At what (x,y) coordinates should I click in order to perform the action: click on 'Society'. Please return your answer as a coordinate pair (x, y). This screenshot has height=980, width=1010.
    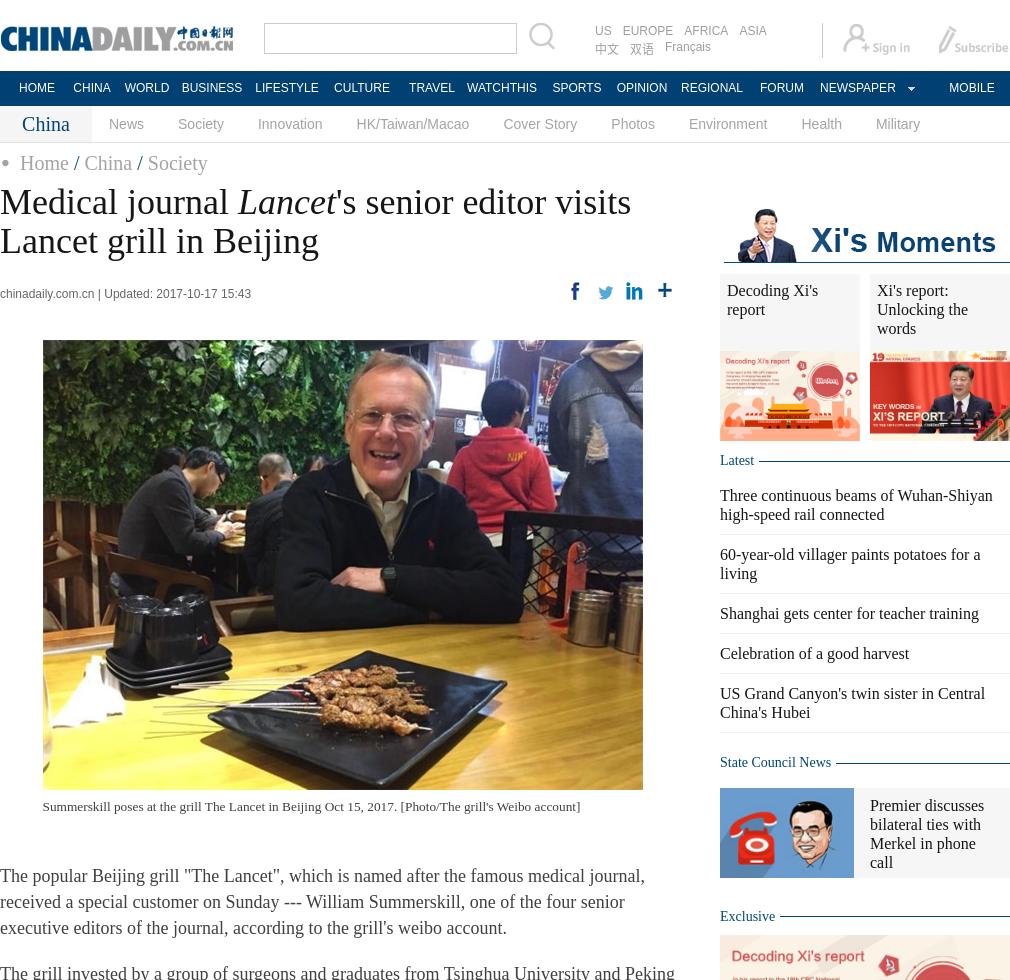
    Looking at the image, I should click on (175, 162).